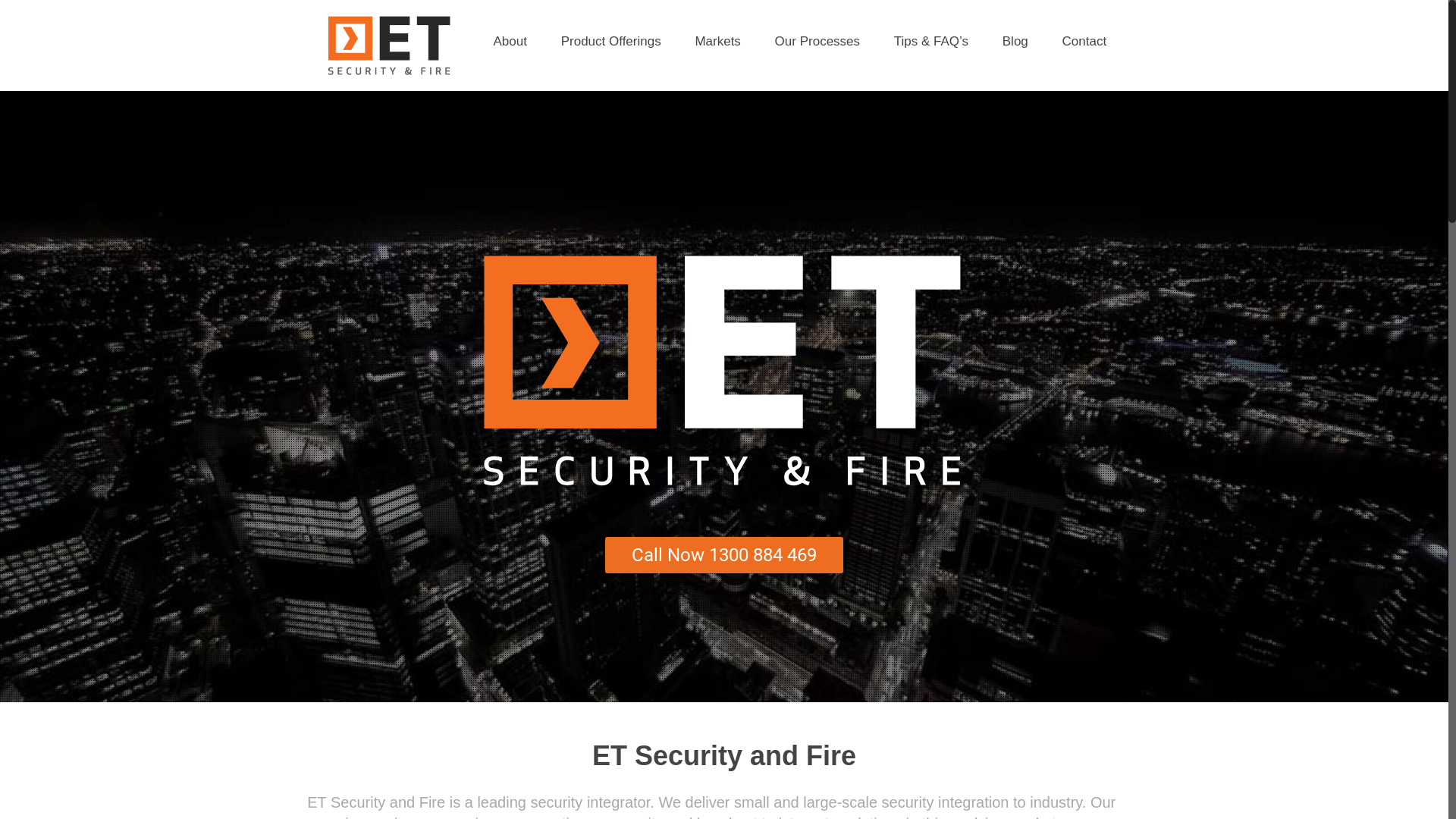 This screenshot has width=1456, height=819. Describe the element at coordinates (510, 40) in the screenshot. I see `'About'` at that location.